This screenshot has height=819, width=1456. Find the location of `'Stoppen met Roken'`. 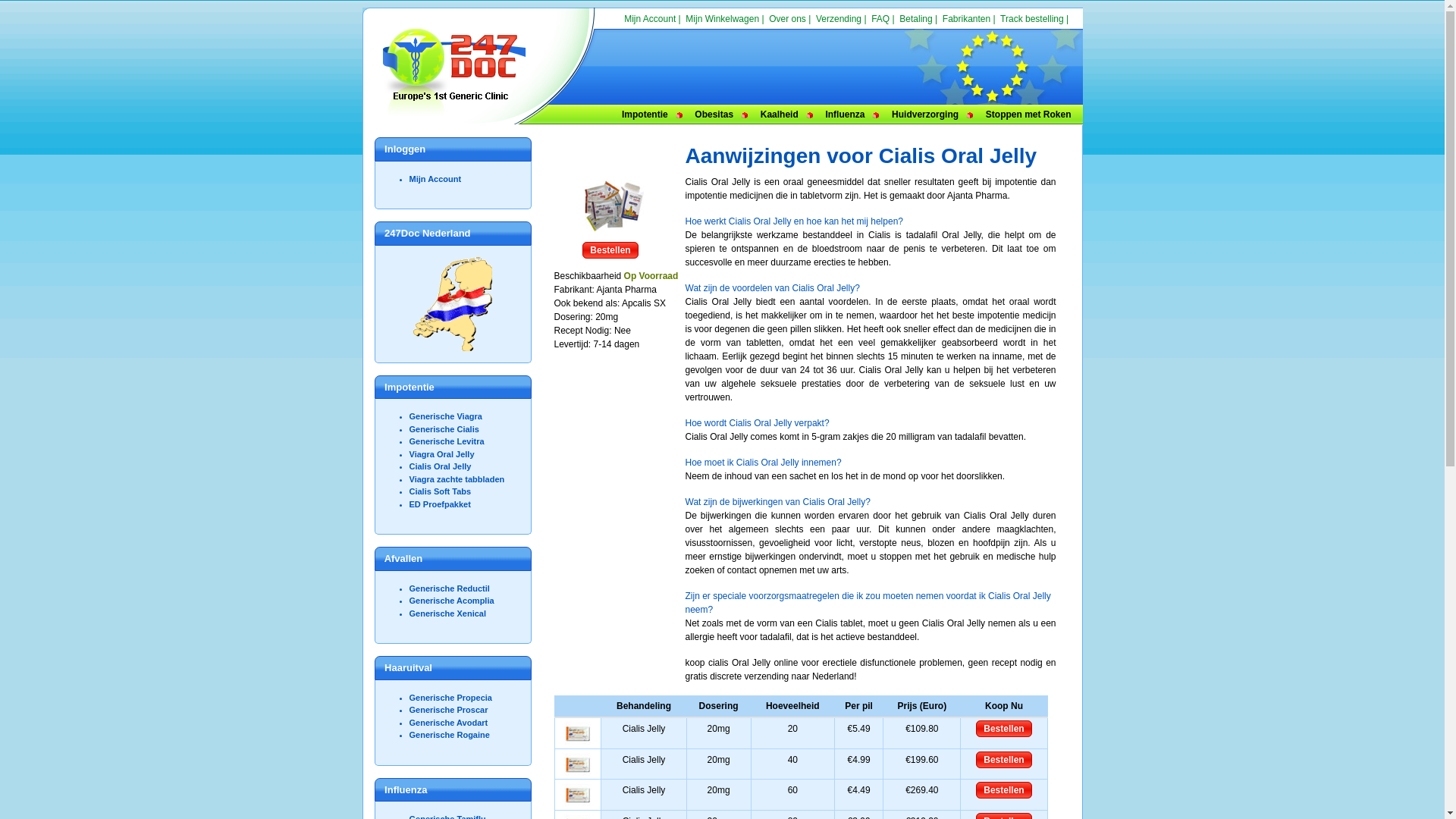

'Stoppen met Roken' is located at coordinates (1028, 113).